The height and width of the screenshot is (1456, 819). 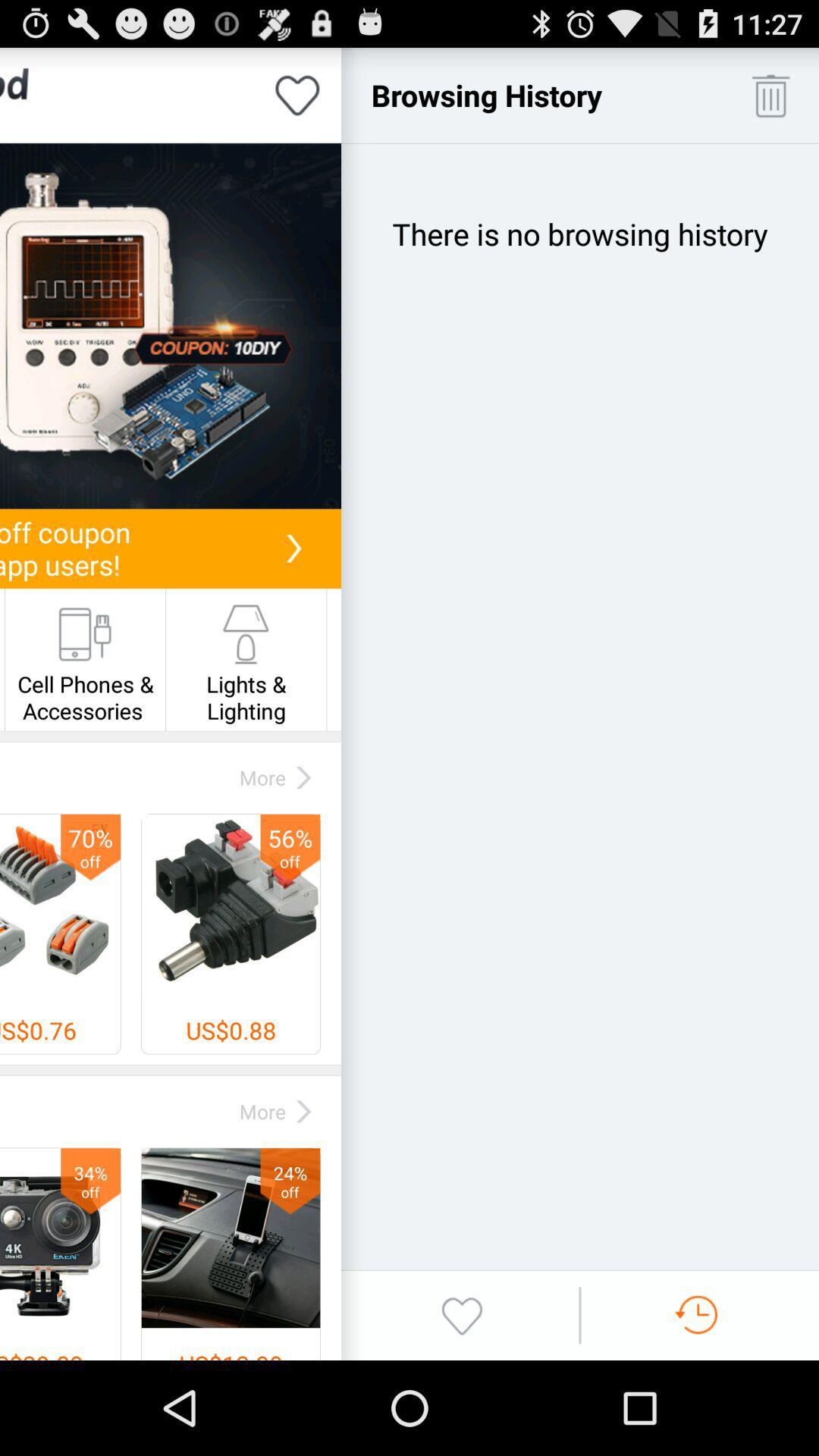 What do you see at coordinates (770, 101) in the screenshot?
I see `the delete icon` at bounding box center [770, 101].